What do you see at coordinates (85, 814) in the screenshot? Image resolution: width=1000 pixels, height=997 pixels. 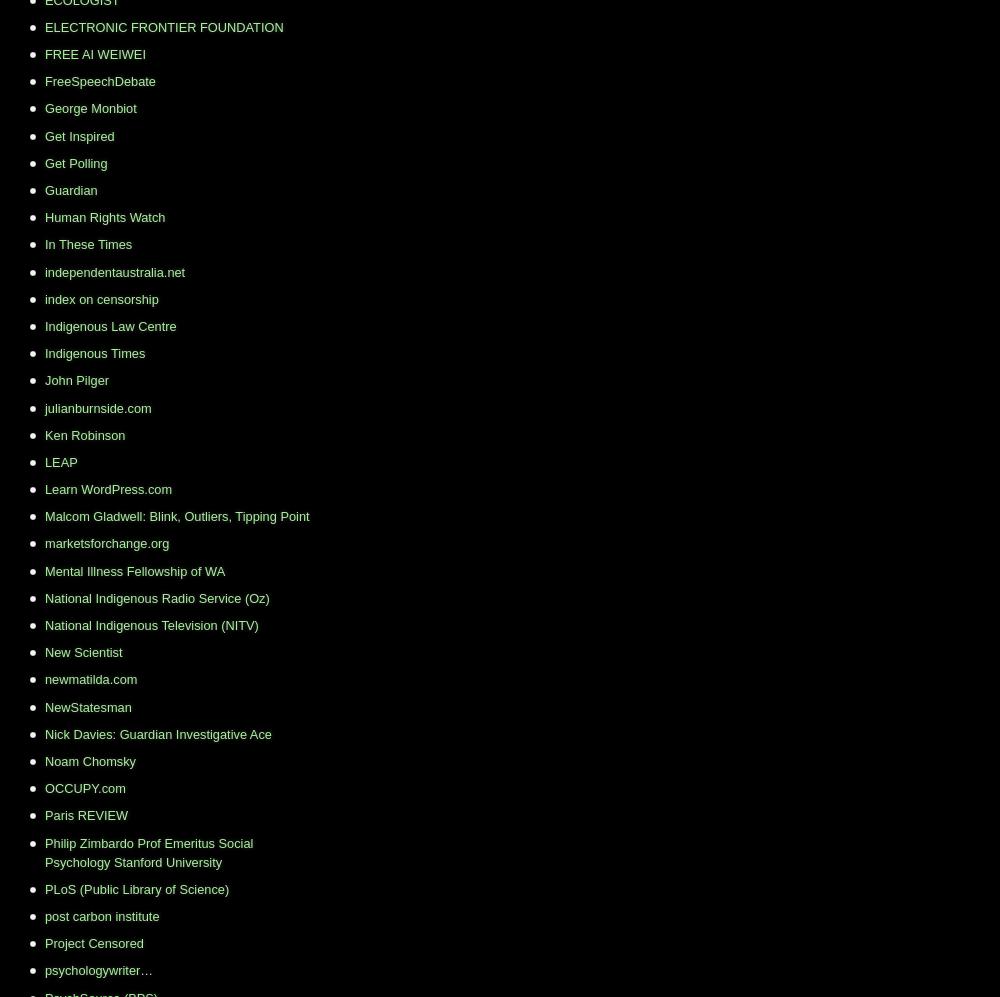 I see `'Paris REVIEW'` at bounding box center [85, 814].